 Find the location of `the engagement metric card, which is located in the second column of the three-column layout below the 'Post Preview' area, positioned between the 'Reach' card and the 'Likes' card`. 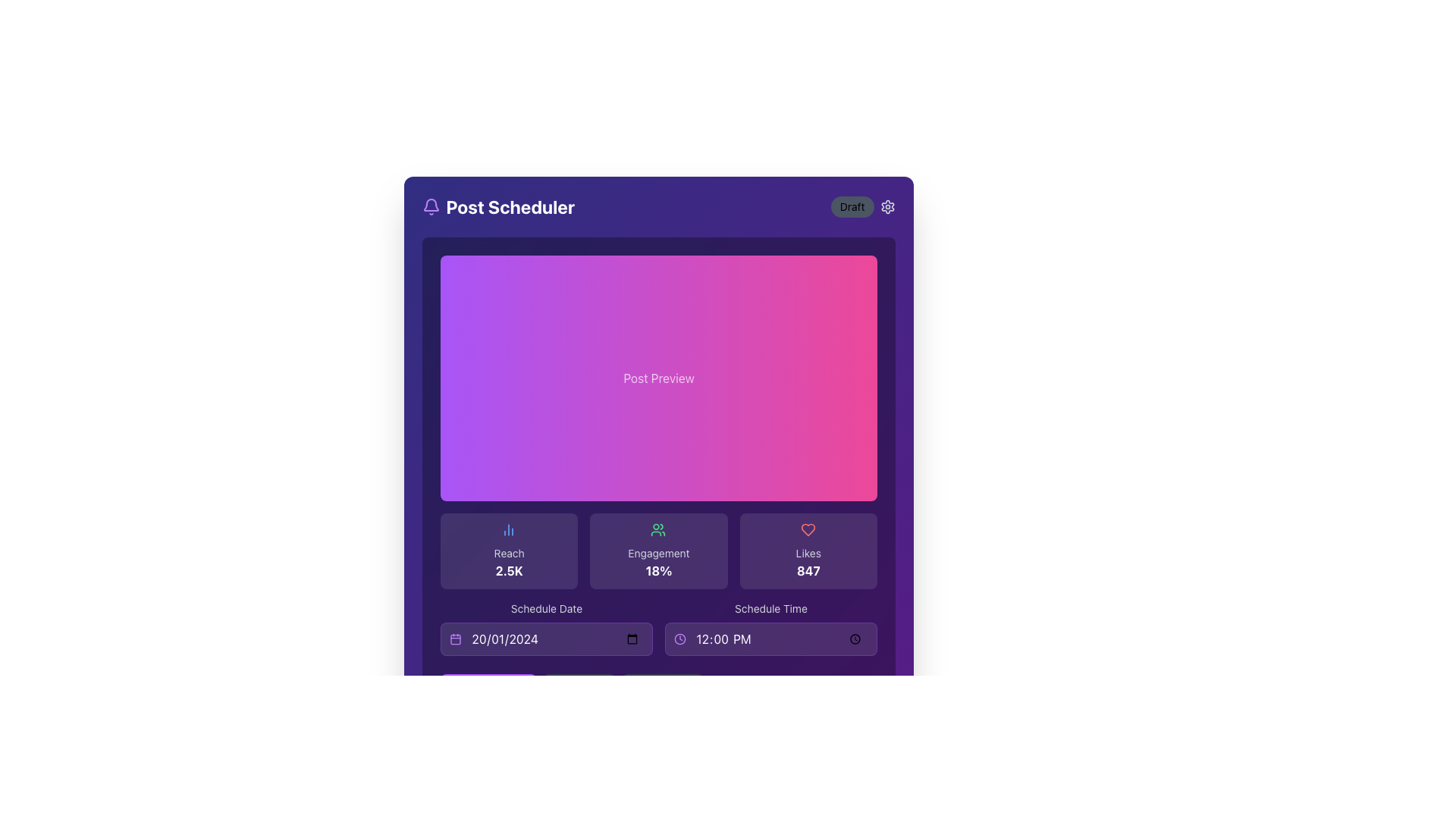

the engagement metric card, which is located in the second column of the three-column layout below the 'Post Preview' area, positioned between the 'Reach' card and the 'Likes' card is located at coordinates (658, 551).